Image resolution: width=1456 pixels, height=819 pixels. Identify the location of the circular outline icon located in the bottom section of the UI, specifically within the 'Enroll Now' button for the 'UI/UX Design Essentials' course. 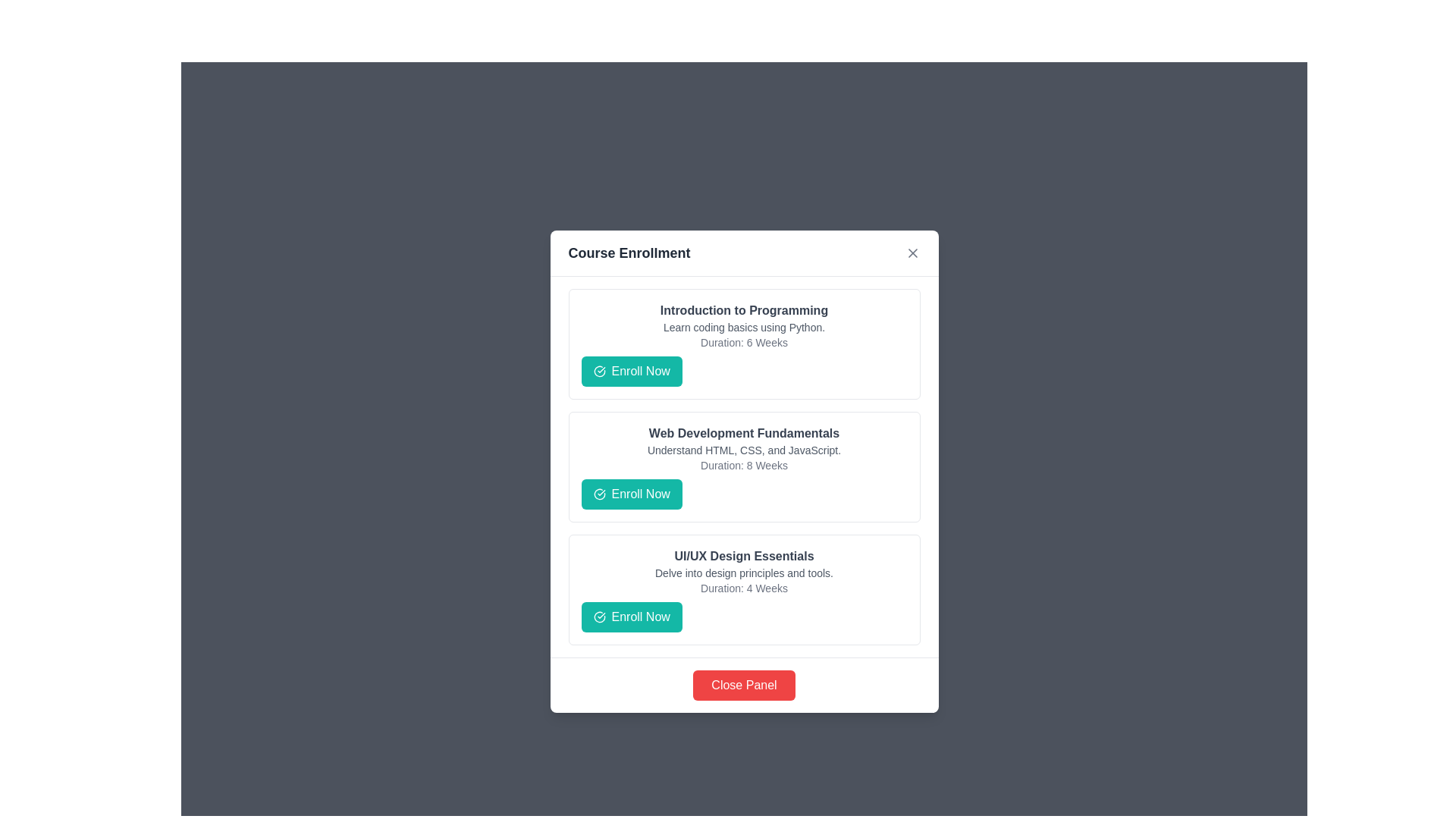
(598, 617).